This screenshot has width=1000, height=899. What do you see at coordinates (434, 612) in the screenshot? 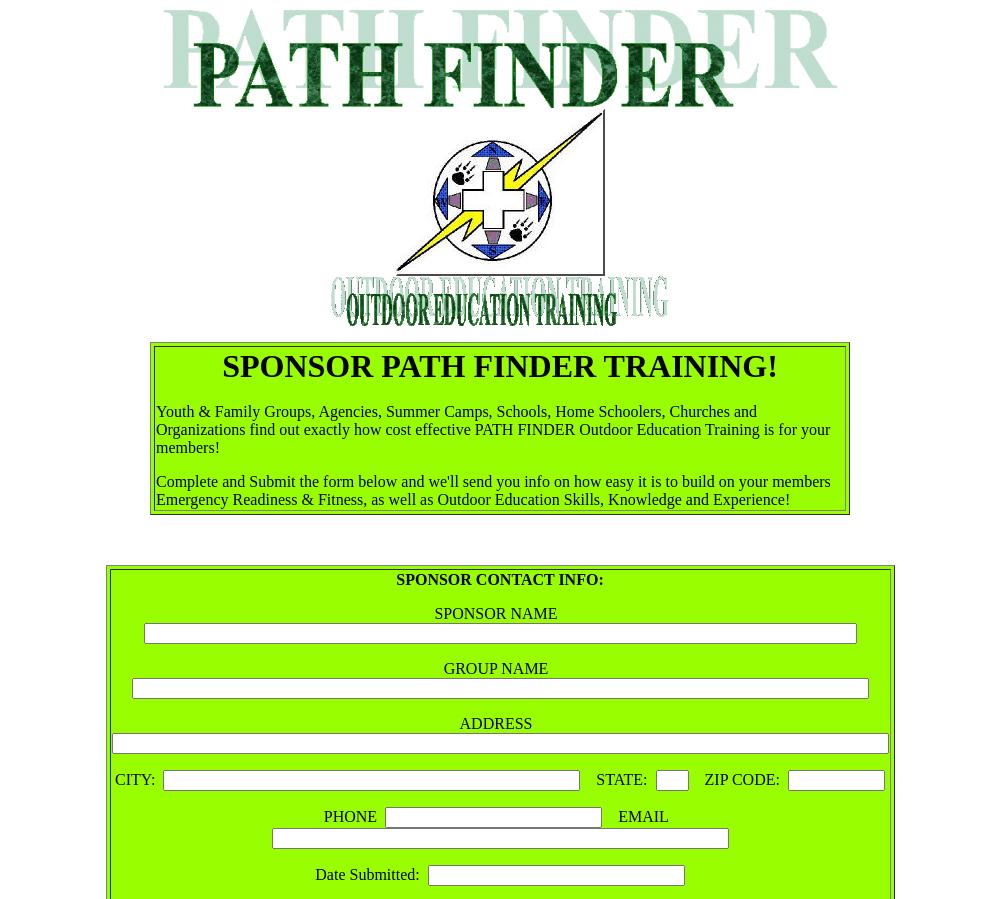
I see `'SPONSOR NAME'` at bounding box center [434, 612].